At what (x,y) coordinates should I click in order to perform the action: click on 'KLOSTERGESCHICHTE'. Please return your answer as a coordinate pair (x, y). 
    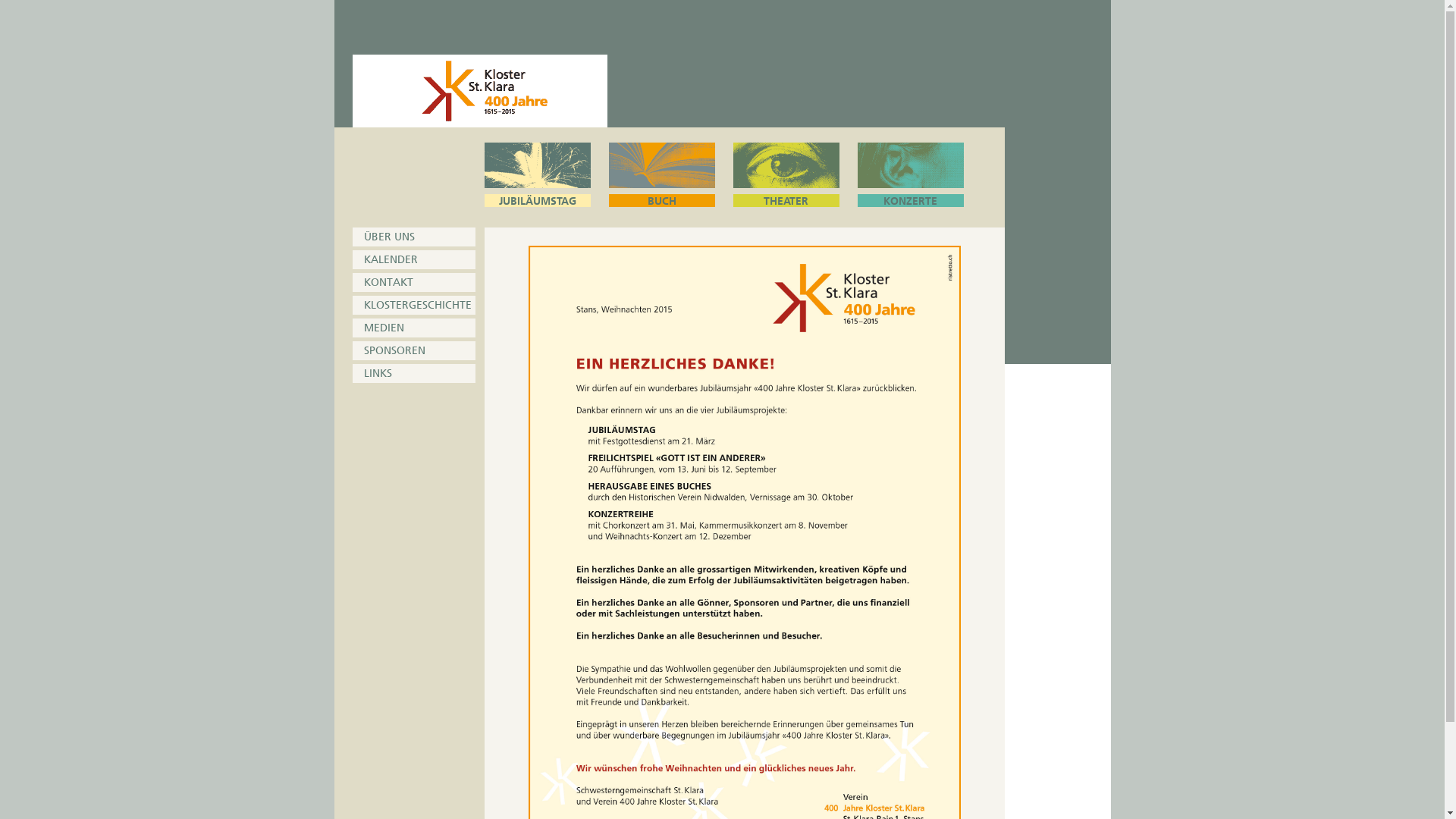
    Looking at the image, I should click on (413, 305).